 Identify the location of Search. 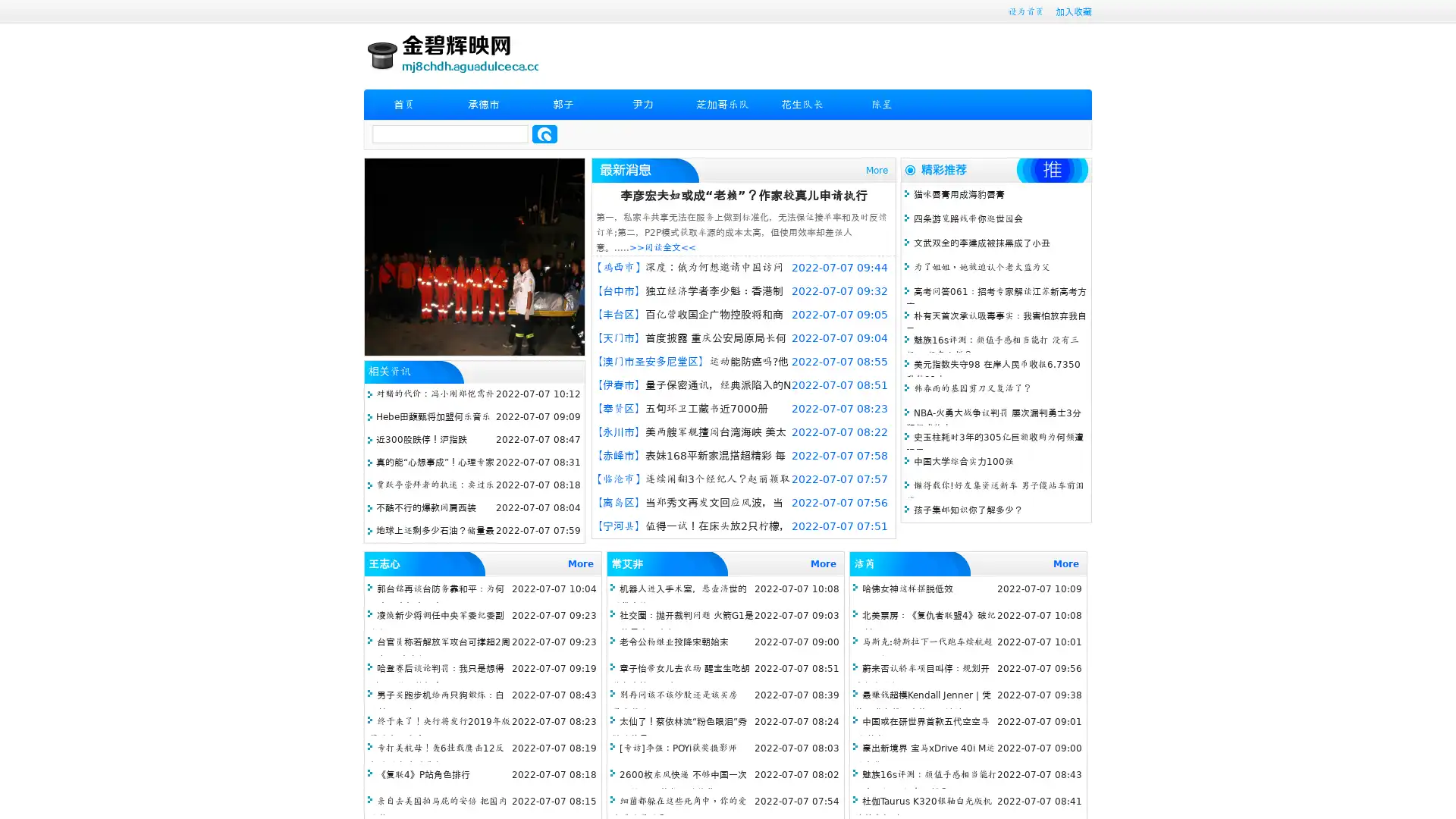
(544, 133).